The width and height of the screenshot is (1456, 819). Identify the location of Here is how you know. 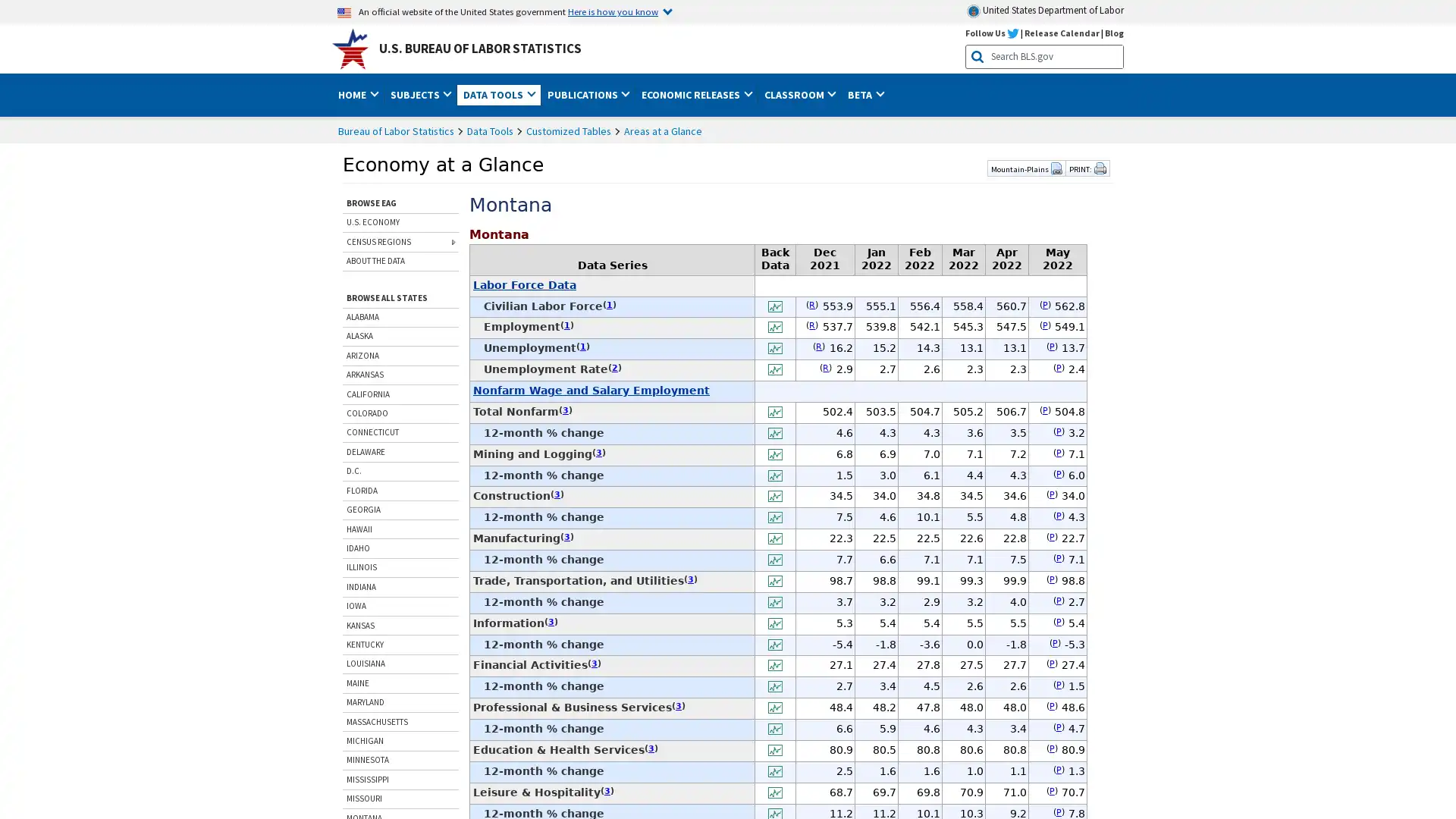
(620, 11).